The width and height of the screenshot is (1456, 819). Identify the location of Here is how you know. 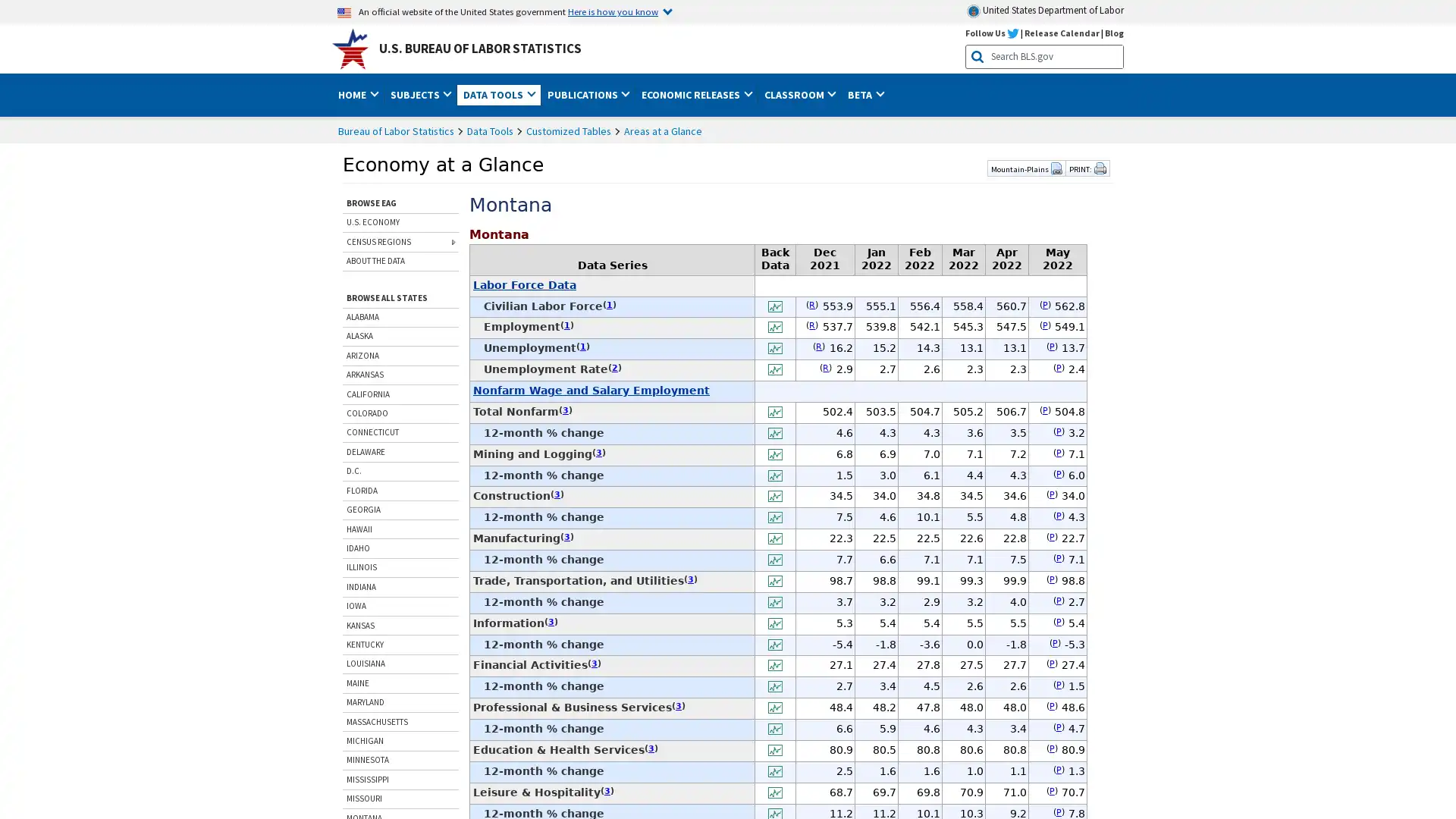
(620, 11).